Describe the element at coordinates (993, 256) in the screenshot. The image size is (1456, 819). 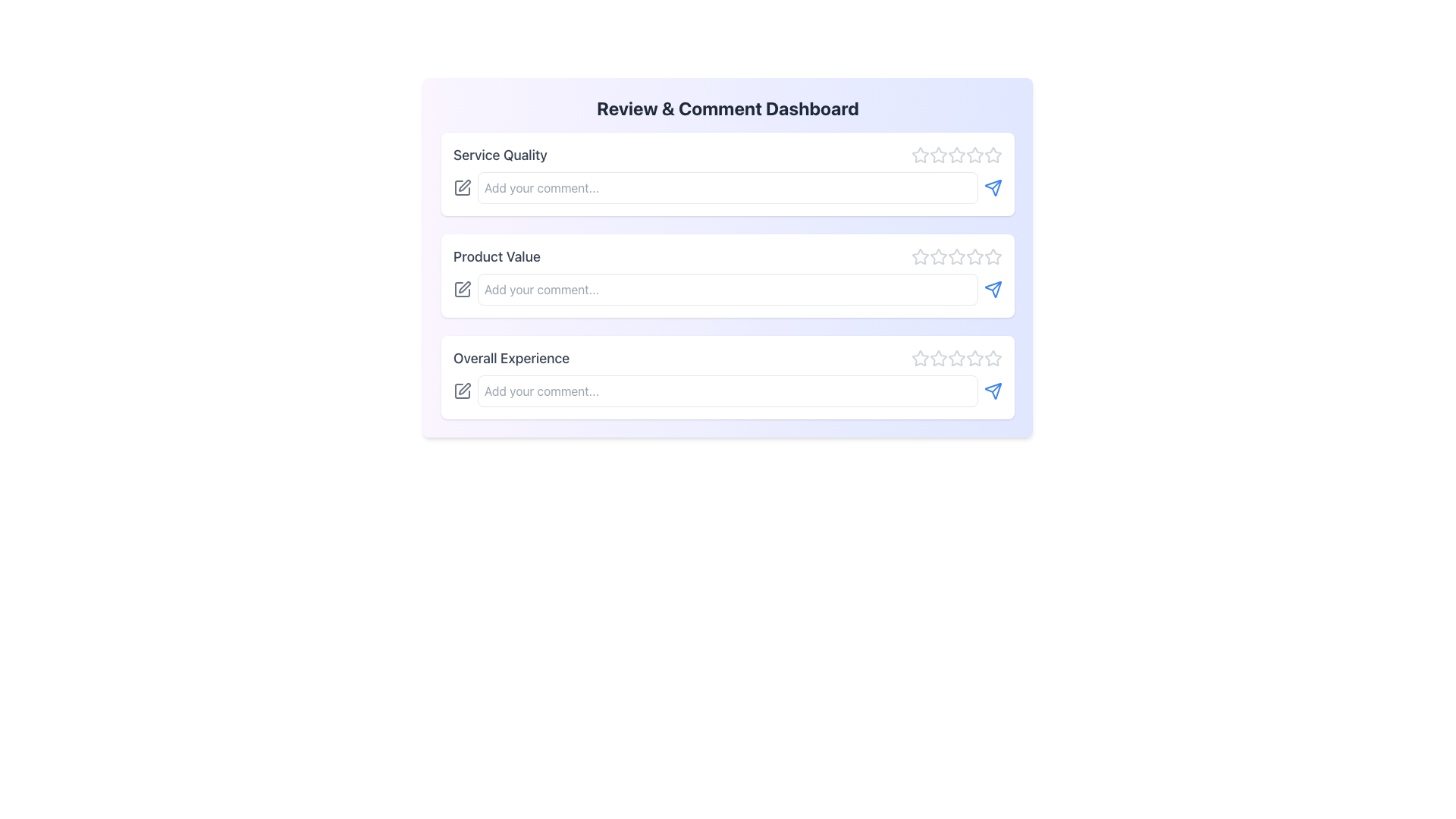
I see `the fifth star-shaped icon in the 'Product Value' rating section` at that location.